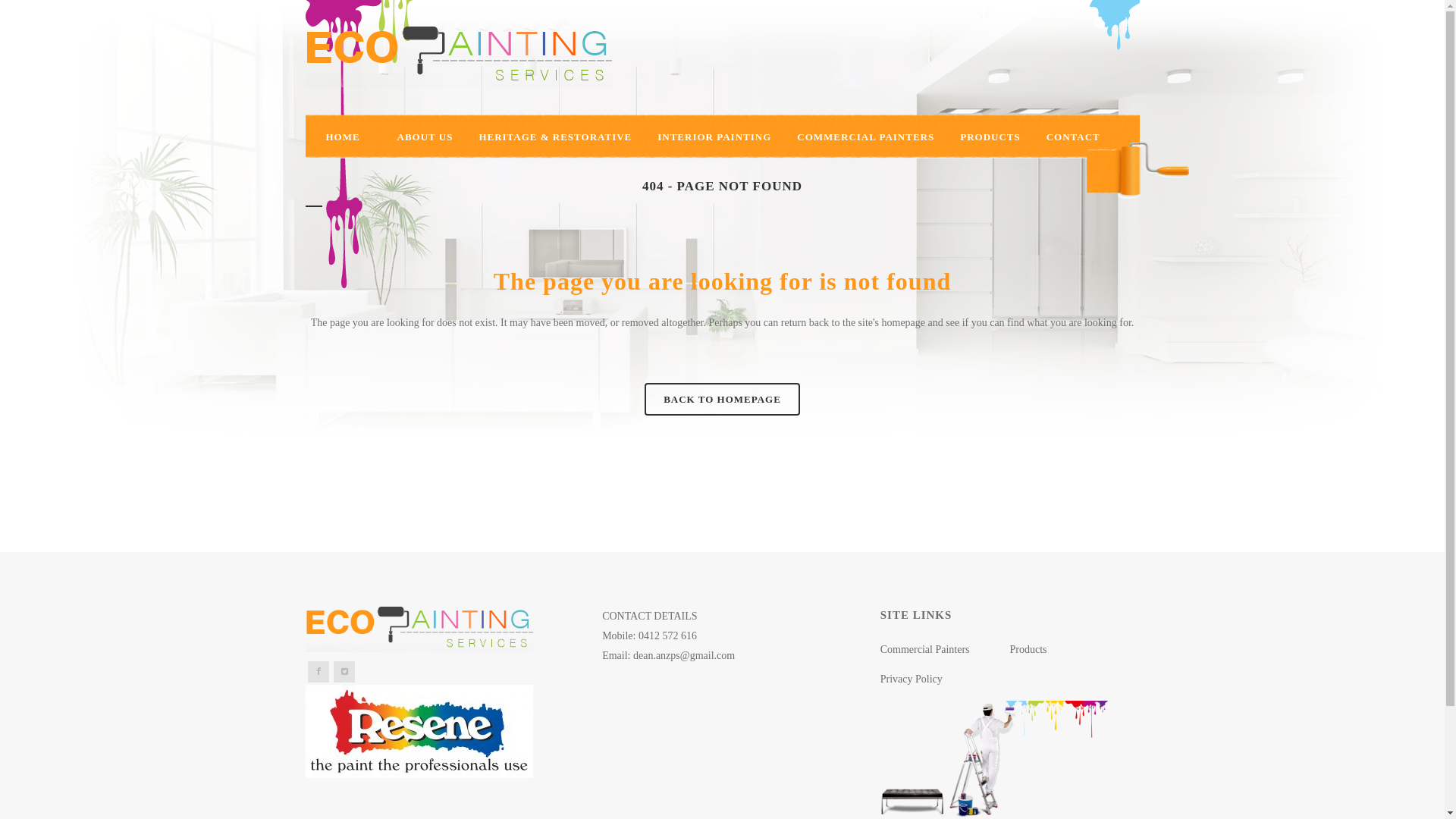  Describe the element at coordinates (554, 137) in the screenshot. I see `'HERITAGE & RESTORATIVE'` at that location.